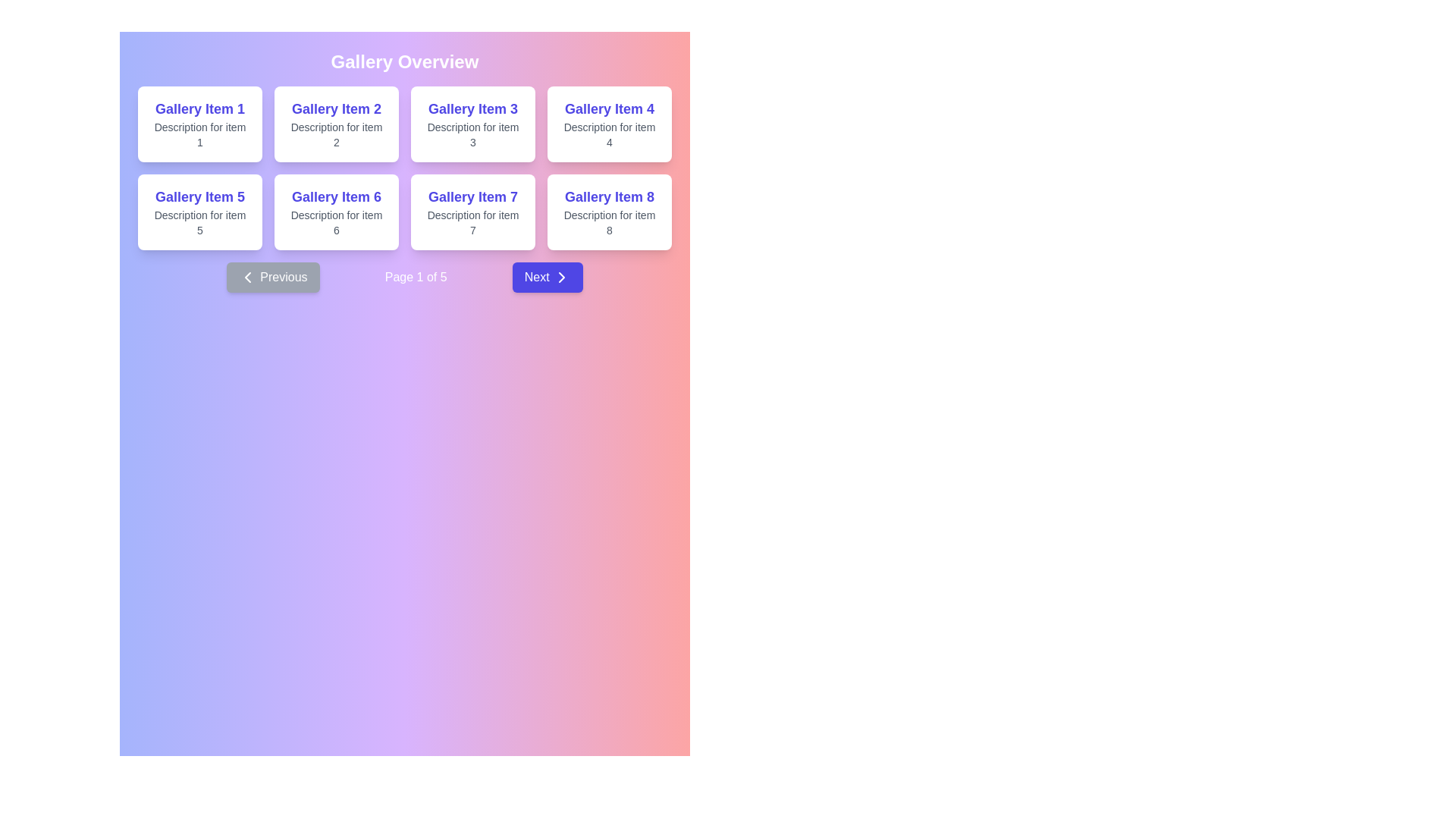 This screenshot has width=1456, height=819. I want to click on the static text label that serves as a title for the gallery item in the second row, first column of the 'Gallery Overview' section, so click(199, 196).